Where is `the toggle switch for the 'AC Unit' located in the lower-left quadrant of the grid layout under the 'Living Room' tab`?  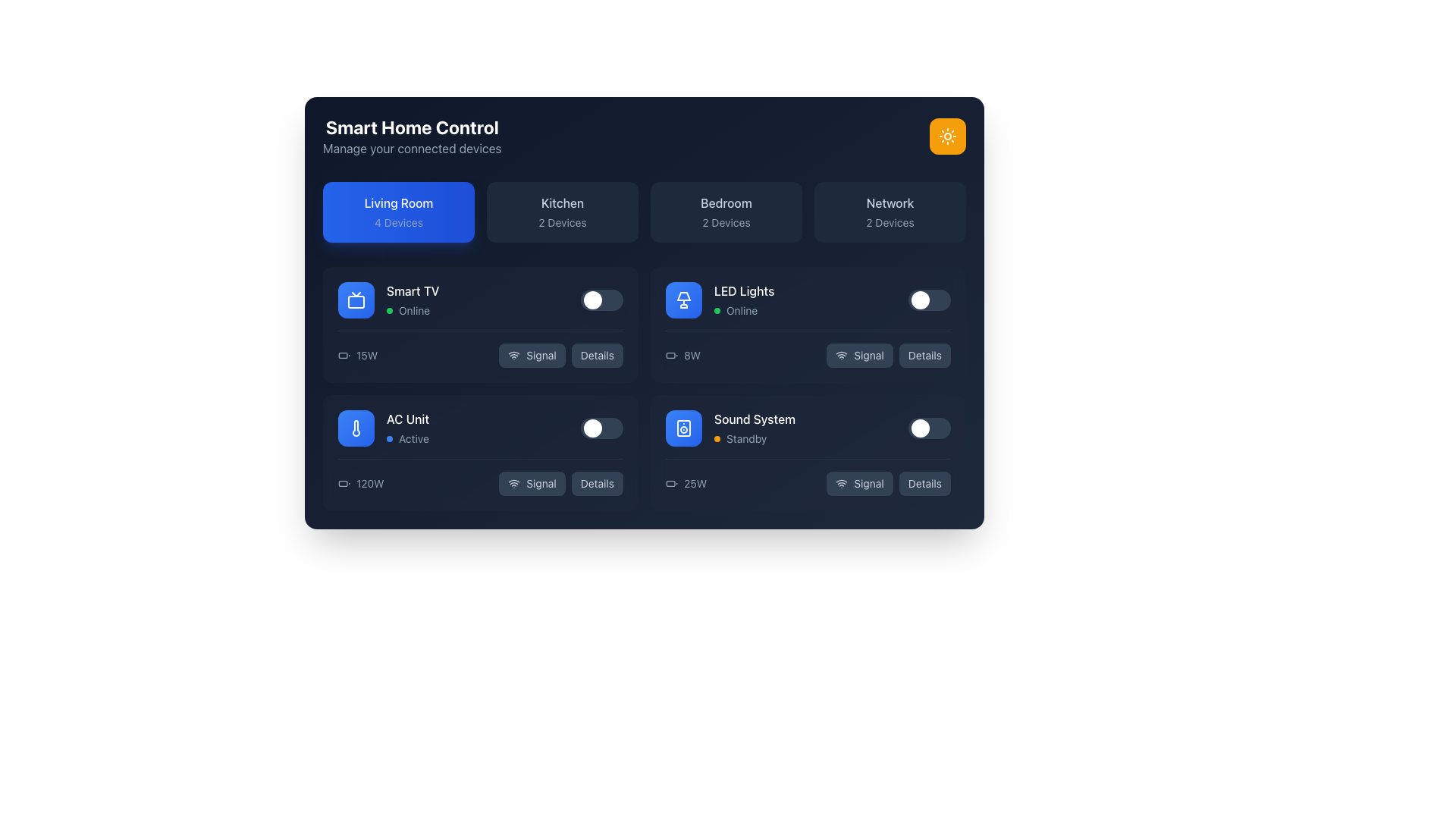 the toggle switch for the 'AC Unit' located in the lower-left quadrant of the grid layout under the 'Living Room' tab is located at coordinates (601, 428).